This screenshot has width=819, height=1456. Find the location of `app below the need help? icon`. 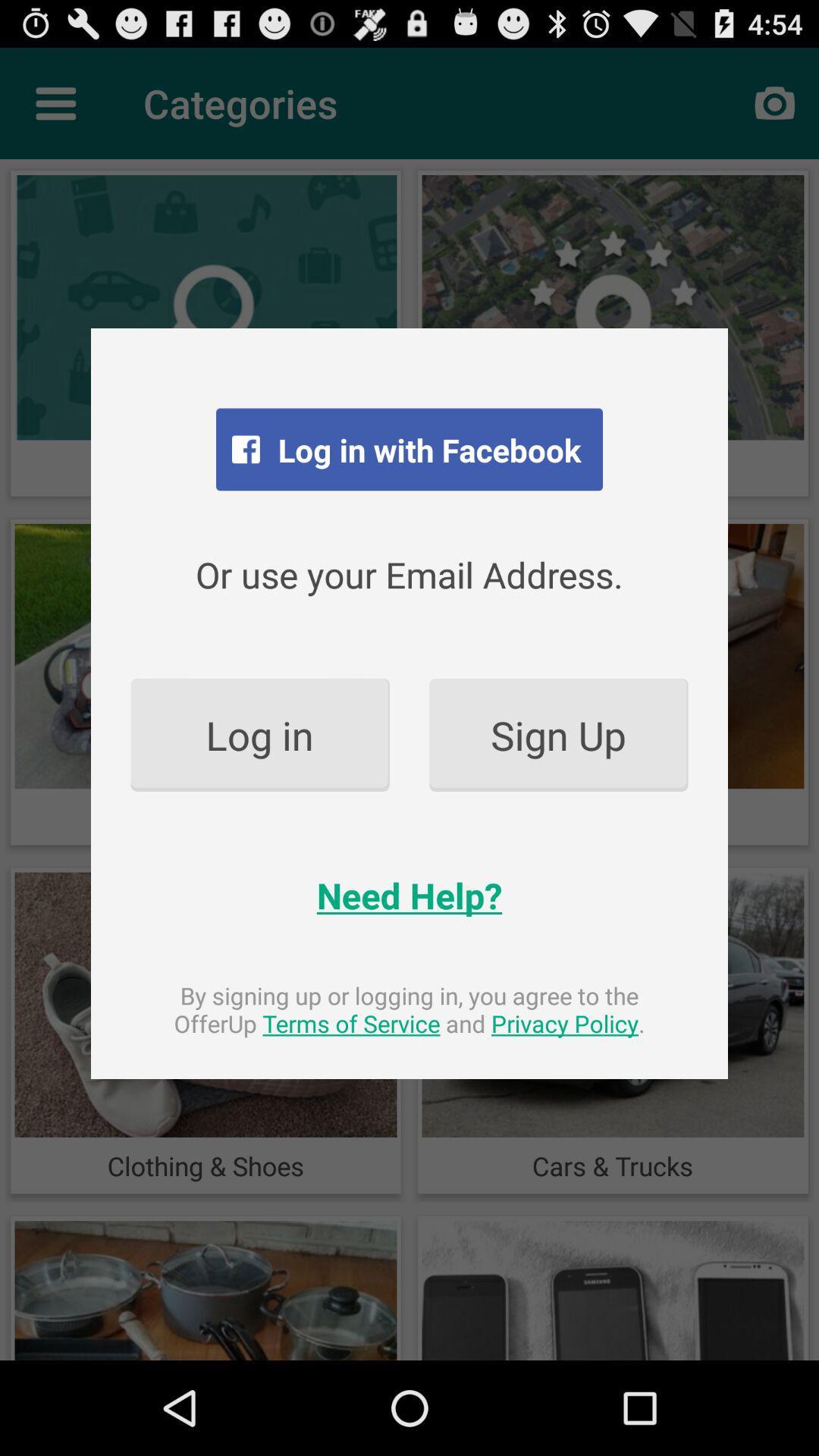

app below the need help? icon is located at coordinates (409, 1009).